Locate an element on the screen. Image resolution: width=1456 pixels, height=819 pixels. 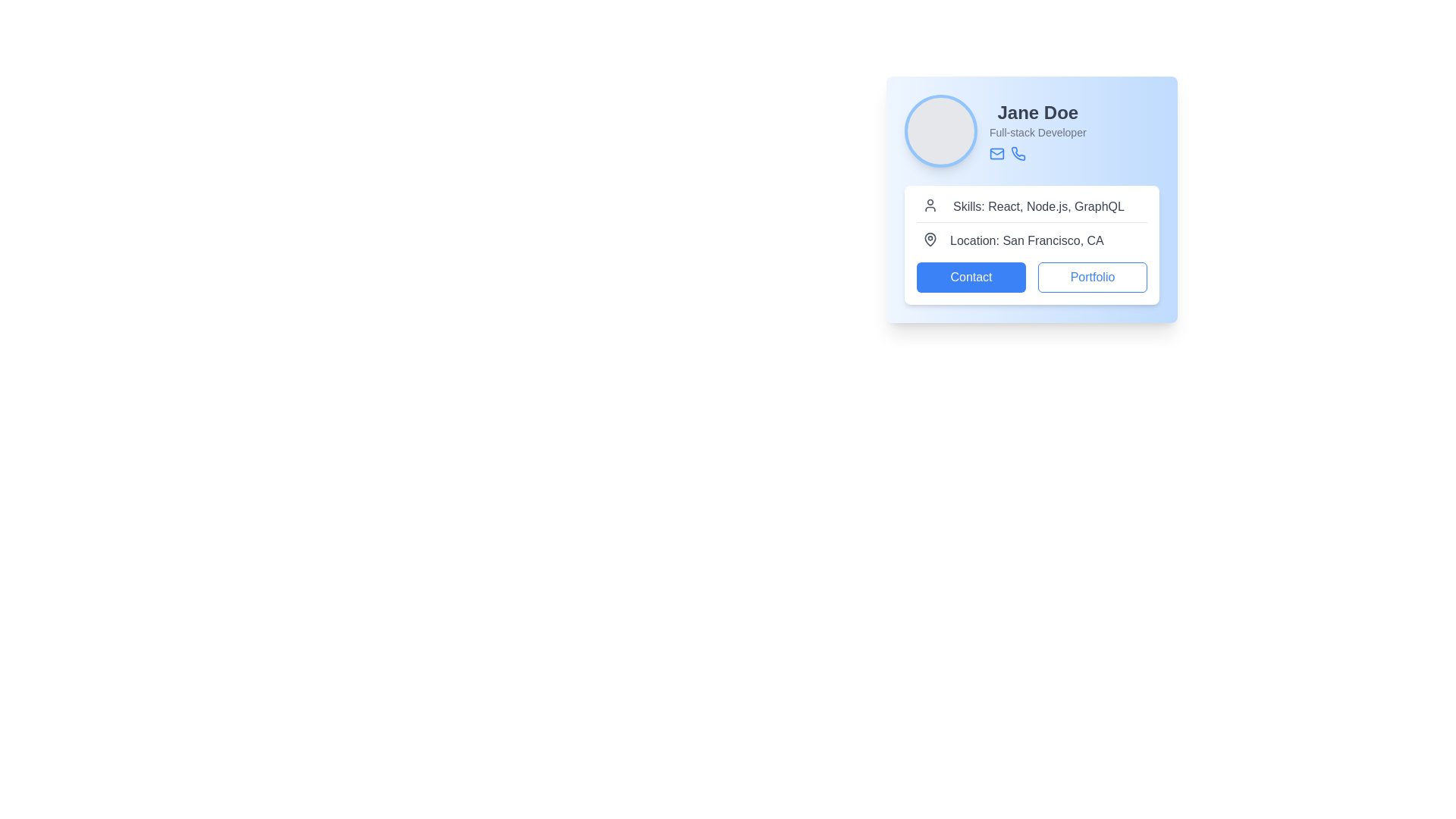
the avatar placeholder representing the user, located to the left of 'Jane Doe' and 'Full-stack Developer' in the profile card is located at coordinates (940, 130).